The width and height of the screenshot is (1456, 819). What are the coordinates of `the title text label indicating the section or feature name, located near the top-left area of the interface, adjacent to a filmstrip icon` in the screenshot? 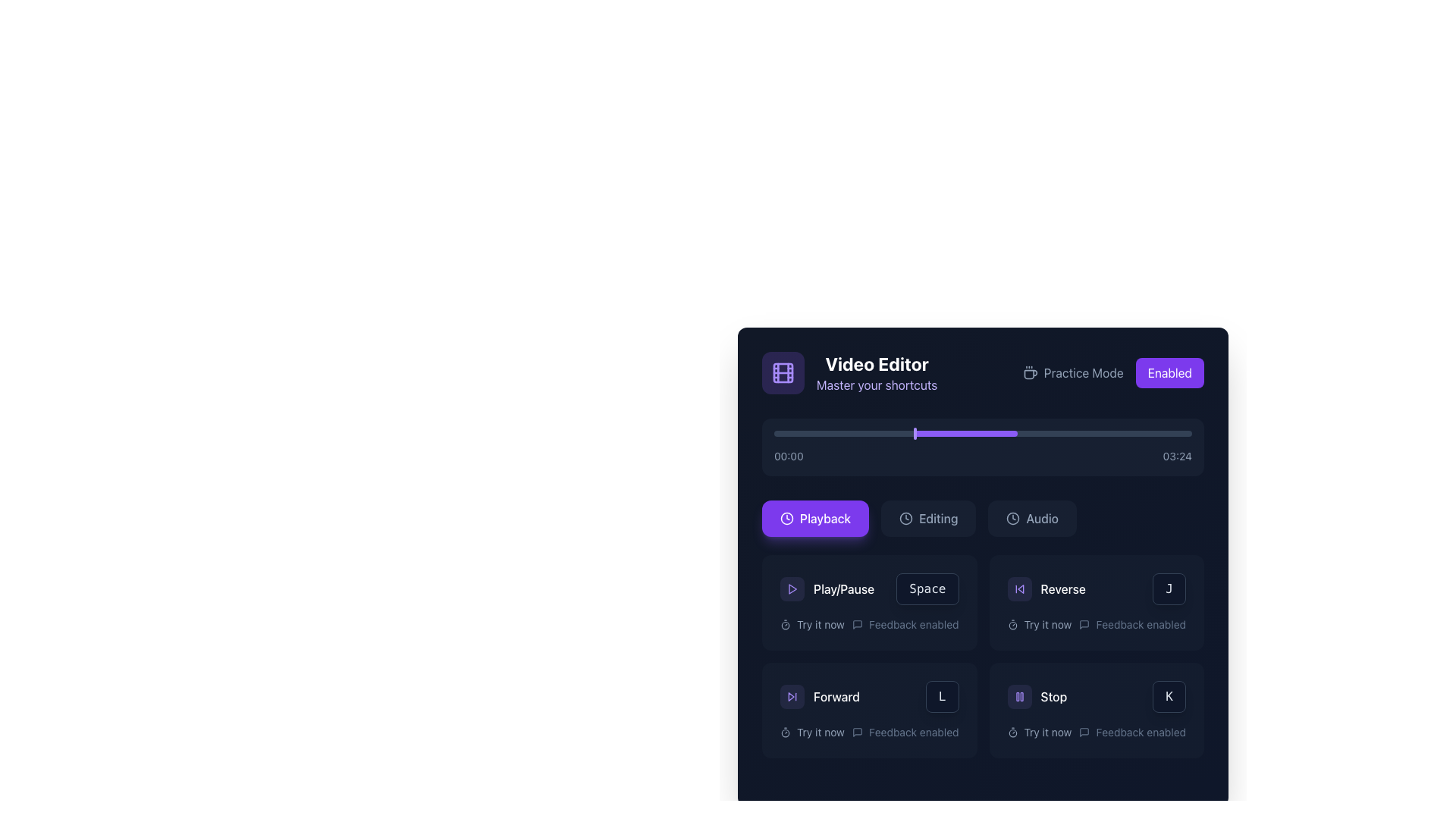 It's located at (877, 363).